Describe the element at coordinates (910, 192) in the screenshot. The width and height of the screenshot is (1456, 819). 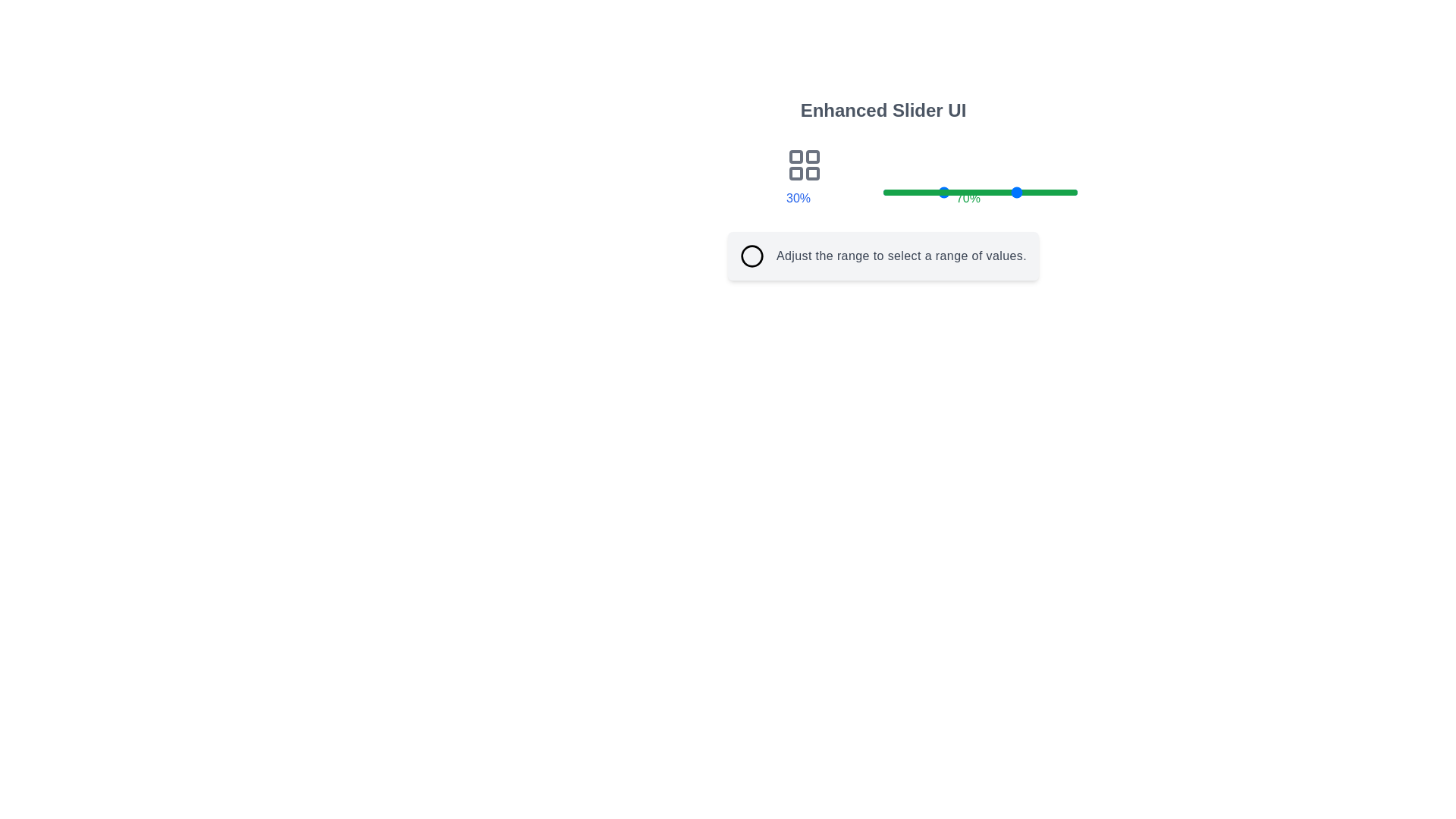
I see `the left slider to set the lower range value to 14` at that location.